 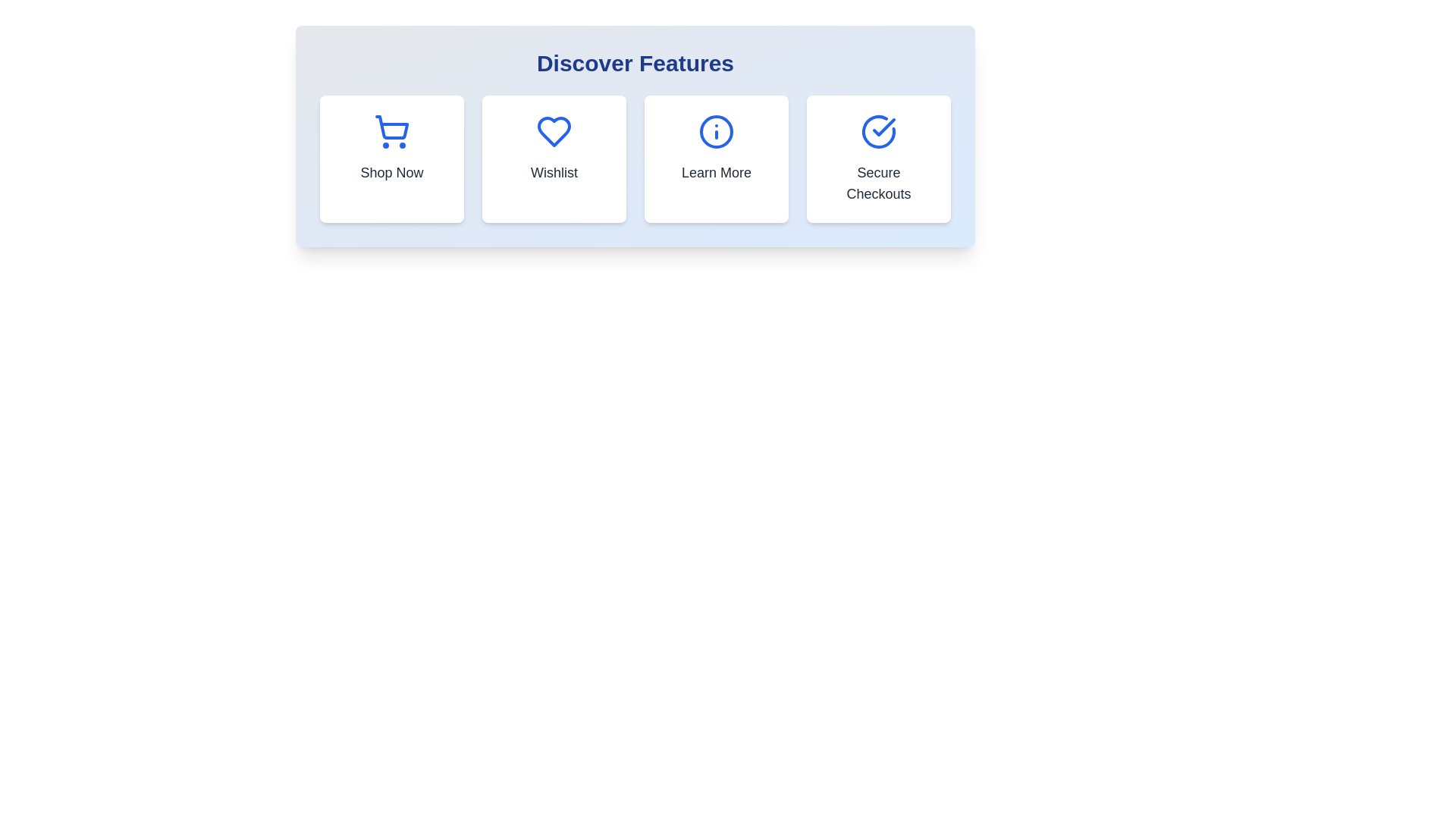 What do you see at coordinates (884, 127) in the screenshot?
I see `the checkmark icon in the 'Secure Checkouts' card, which indicates completion or verification` at bounding box center [884, 127].